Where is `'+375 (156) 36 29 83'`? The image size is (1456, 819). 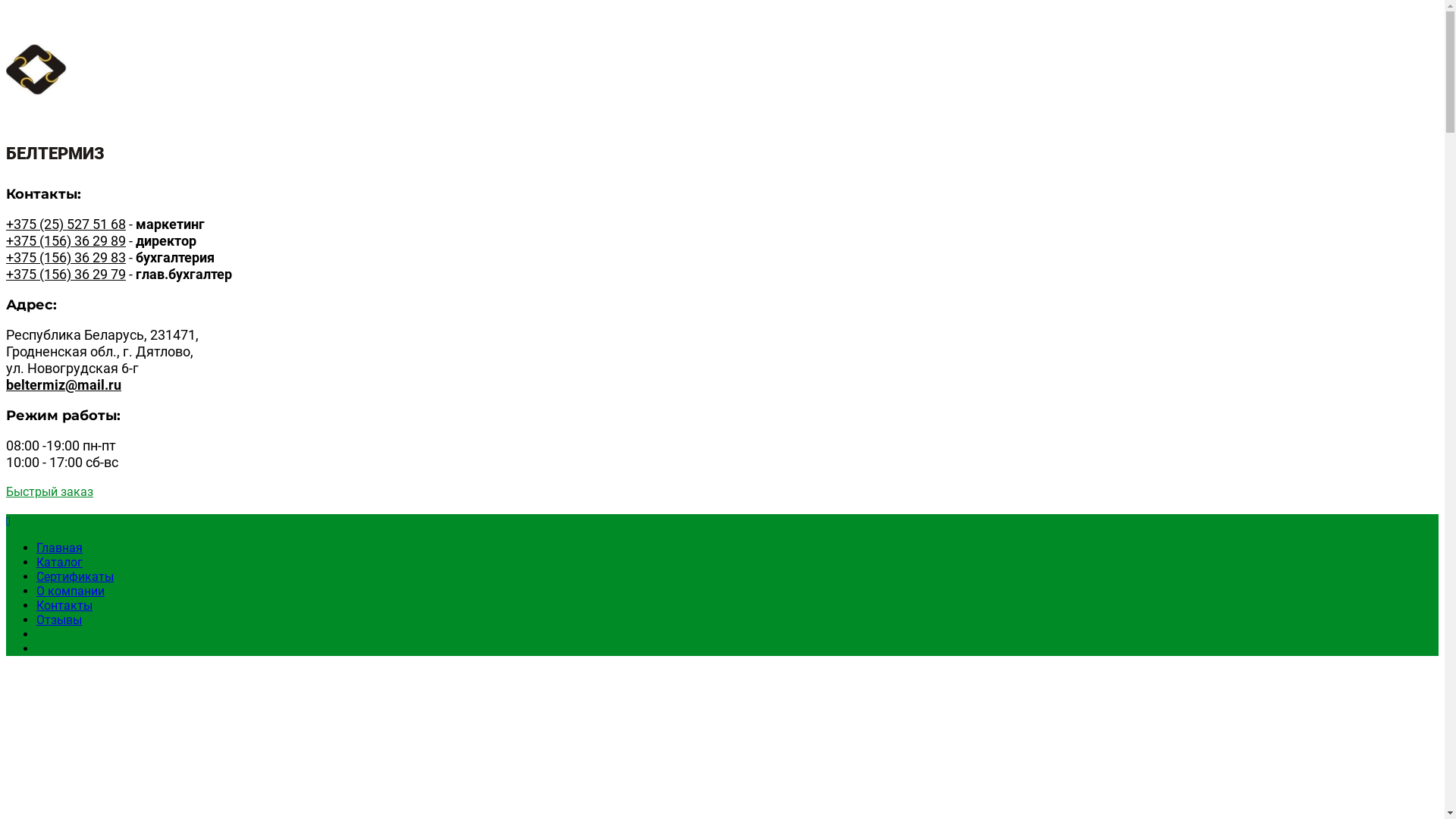
'+375 (156) 36 29 83' is located at coordinates (6, 256).